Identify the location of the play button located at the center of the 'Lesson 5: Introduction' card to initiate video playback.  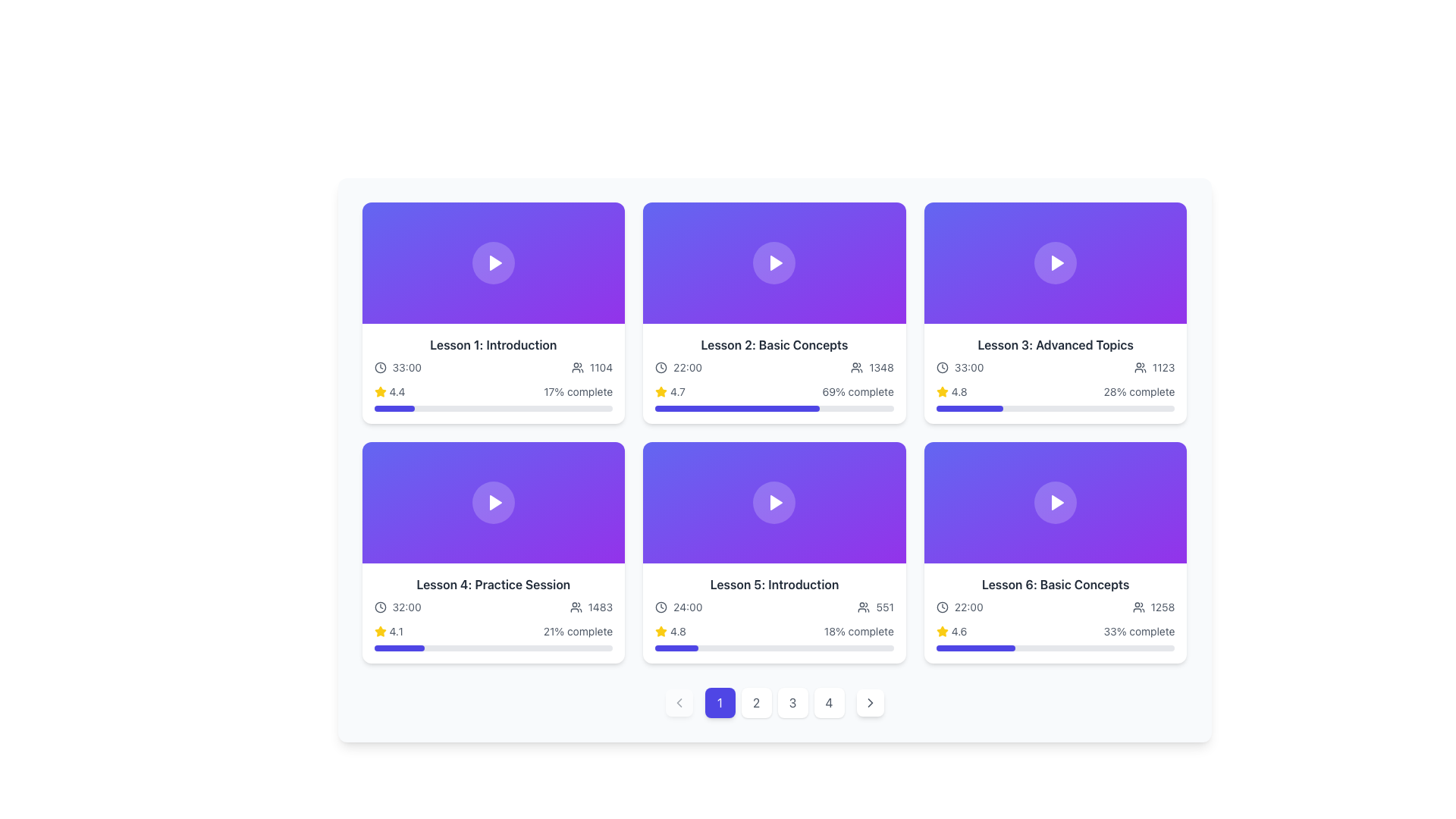
(774, 503).